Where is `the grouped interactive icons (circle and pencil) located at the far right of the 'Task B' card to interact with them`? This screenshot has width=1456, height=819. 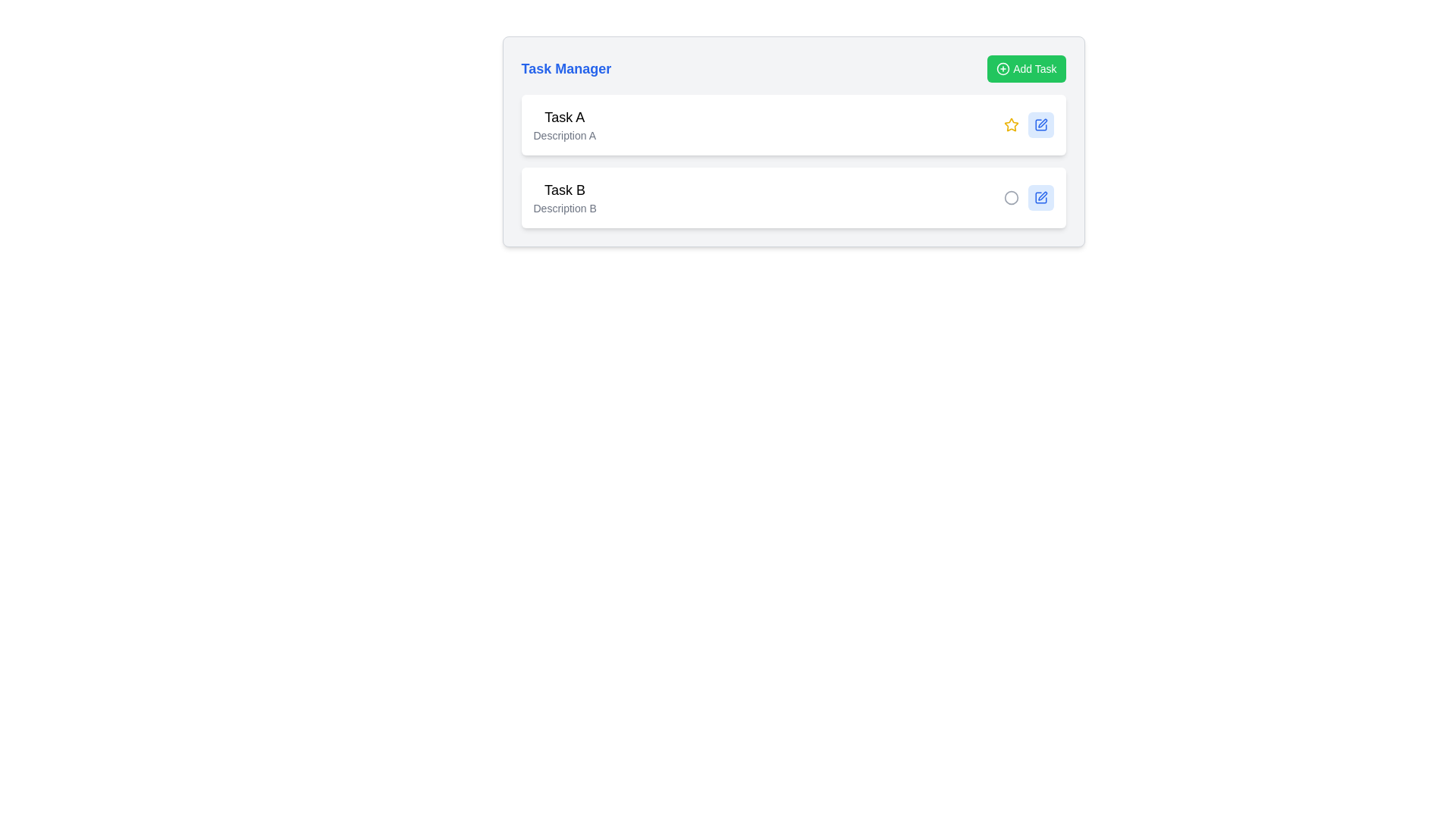 the grouped interactive icons (circle and pencil) located at the far right of the 'Task B' card to interact with them is located at coordinates (1028, 197).